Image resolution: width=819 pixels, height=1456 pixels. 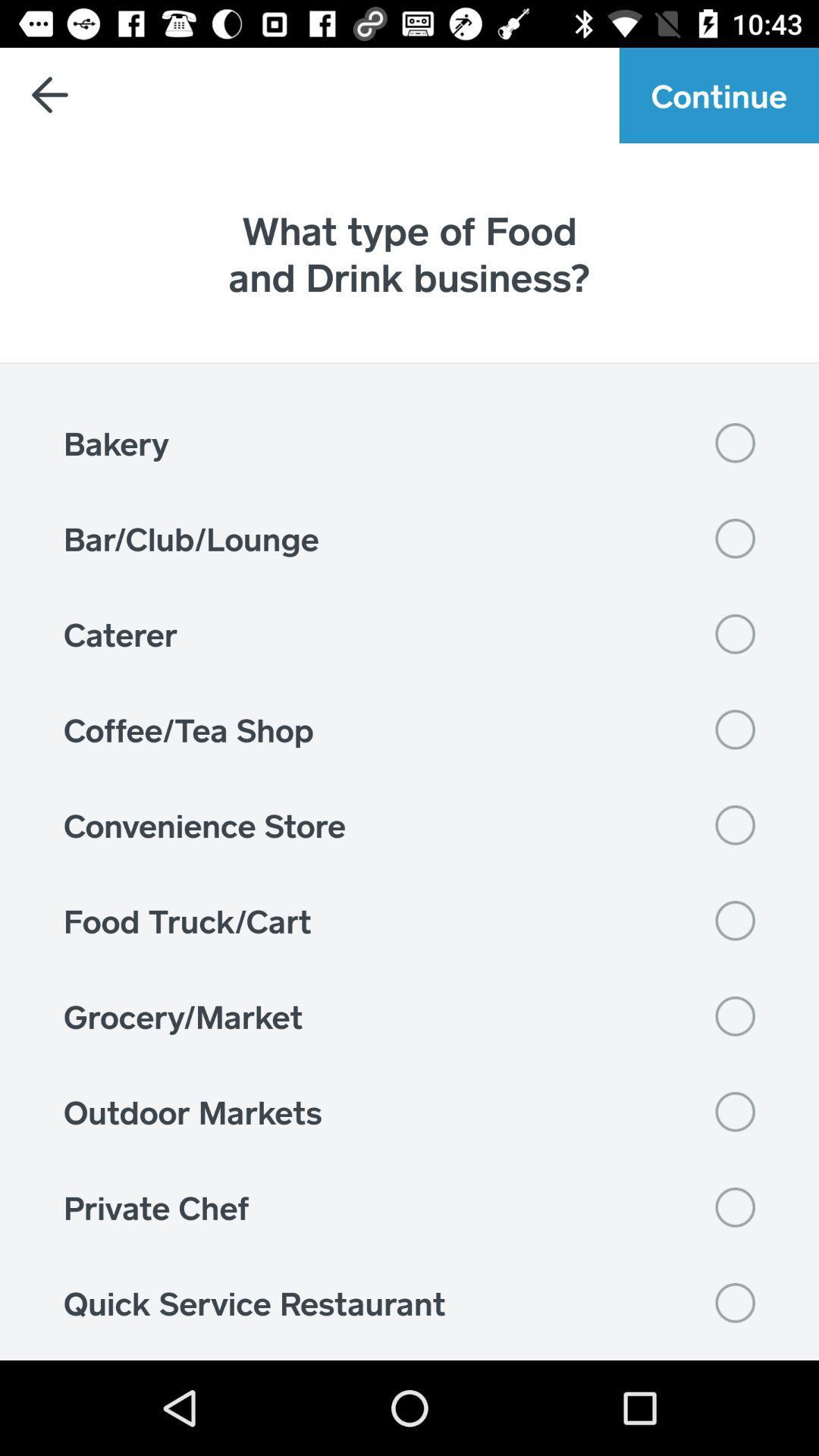 I want to click on icon below bakery, so click(x=409, y=538).